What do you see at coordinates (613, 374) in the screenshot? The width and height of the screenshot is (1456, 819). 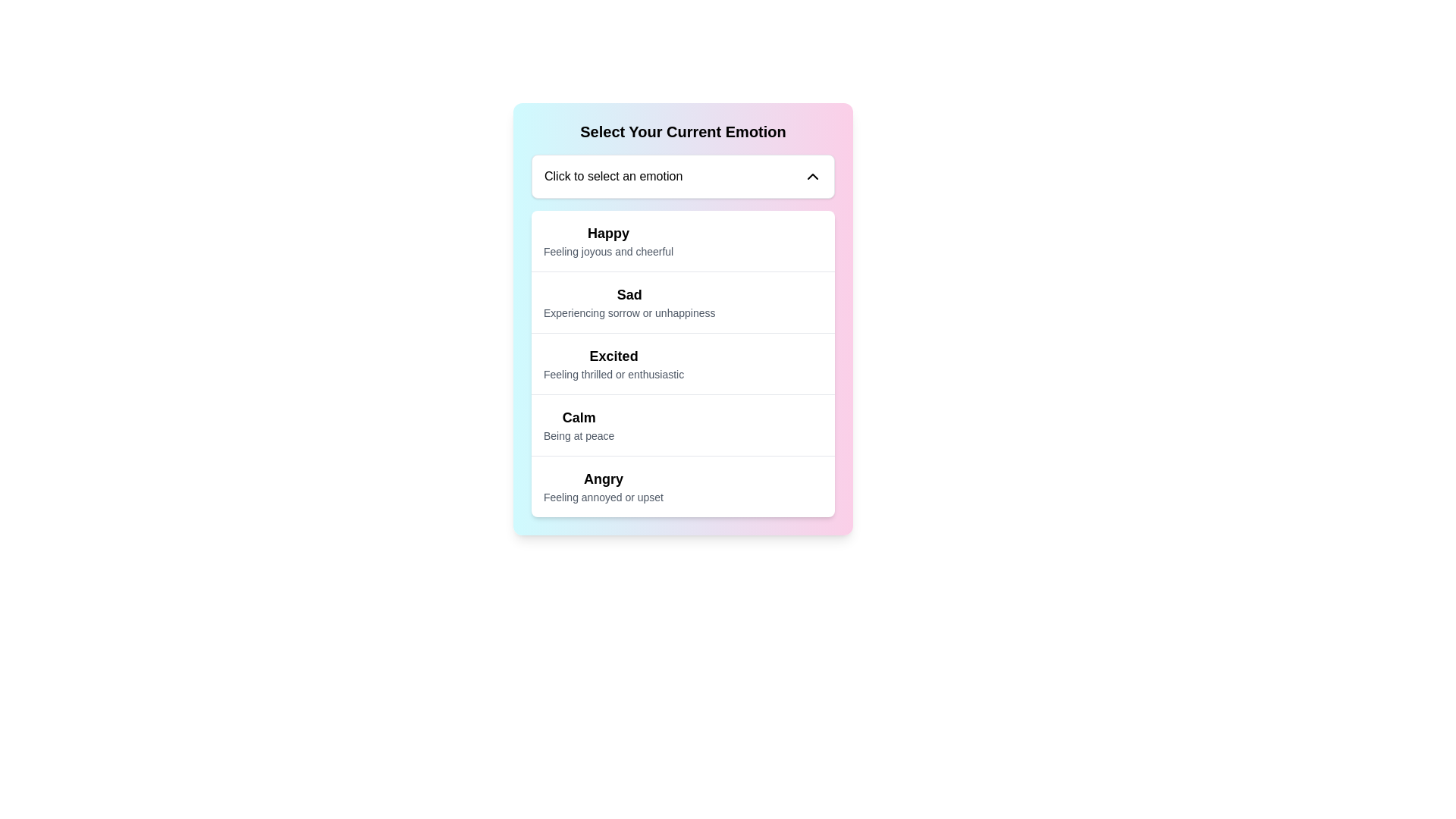 I see `the text label reading 'Feeling thrilled or enthusiastic', which is styled in a smaller, gray-colored font and located directly below the title 'Excited'` at bounding box center [613, 374].